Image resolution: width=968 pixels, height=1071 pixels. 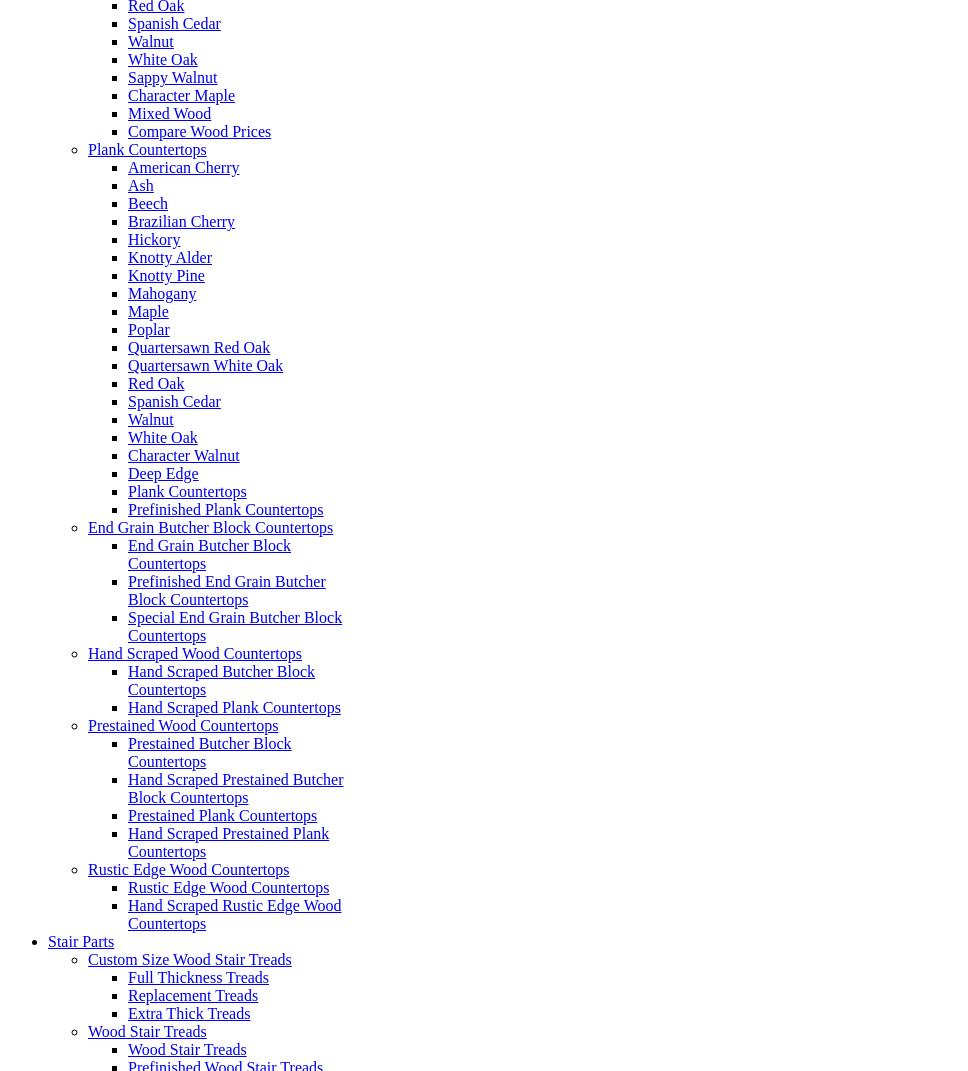 What do you see at coordinates (208, 752) in the screenshot?
I see `'Prestained Butcher Block Countertops'` at bounding box center [208, 752].